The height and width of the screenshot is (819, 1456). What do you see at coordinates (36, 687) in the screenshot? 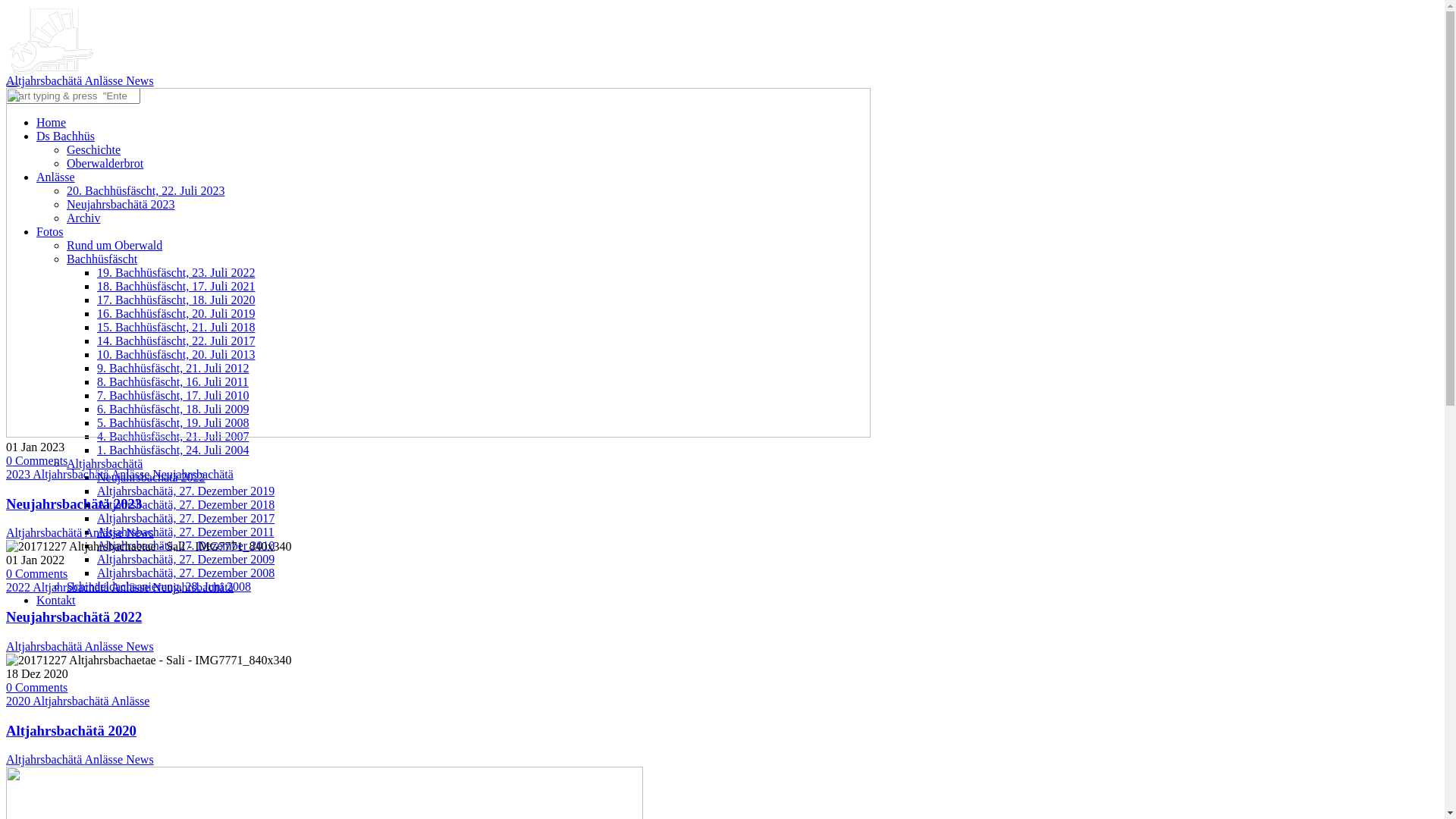
I see `'0 Comments'` at bounding box center [36, 687].